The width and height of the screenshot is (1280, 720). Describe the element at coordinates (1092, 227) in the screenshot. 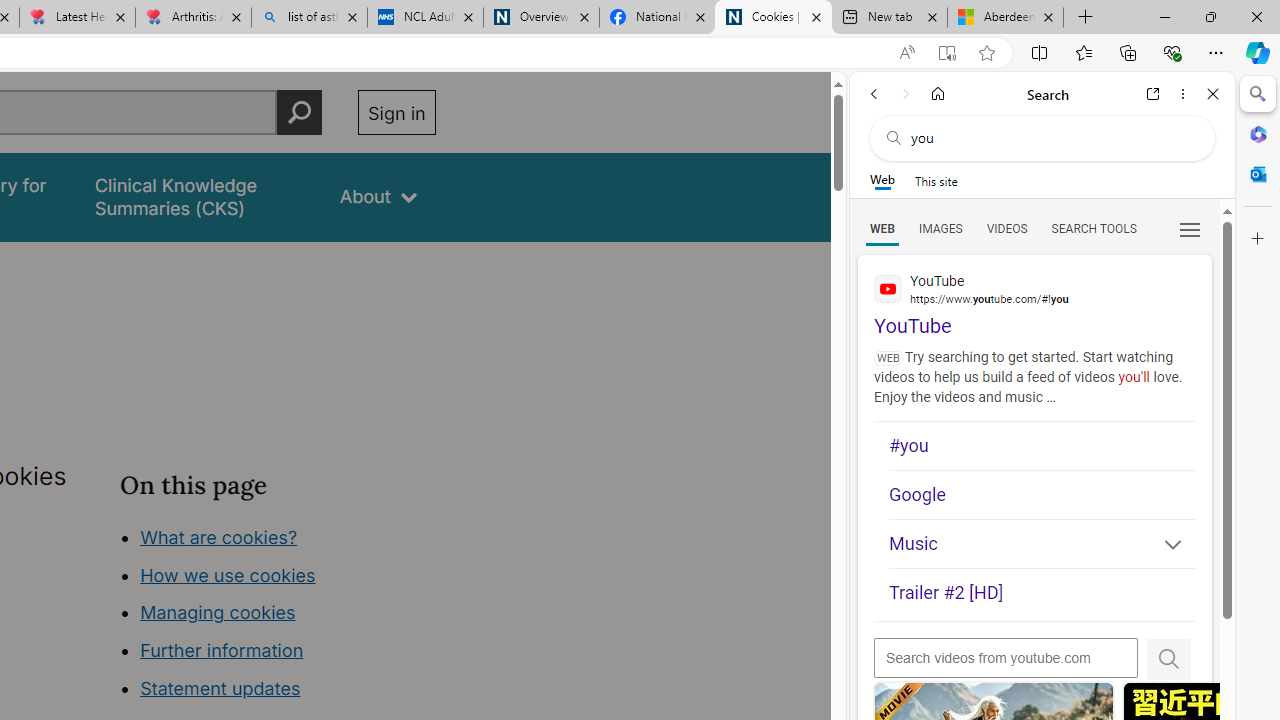

I see `'SEARCH TOOLS'` at that location.